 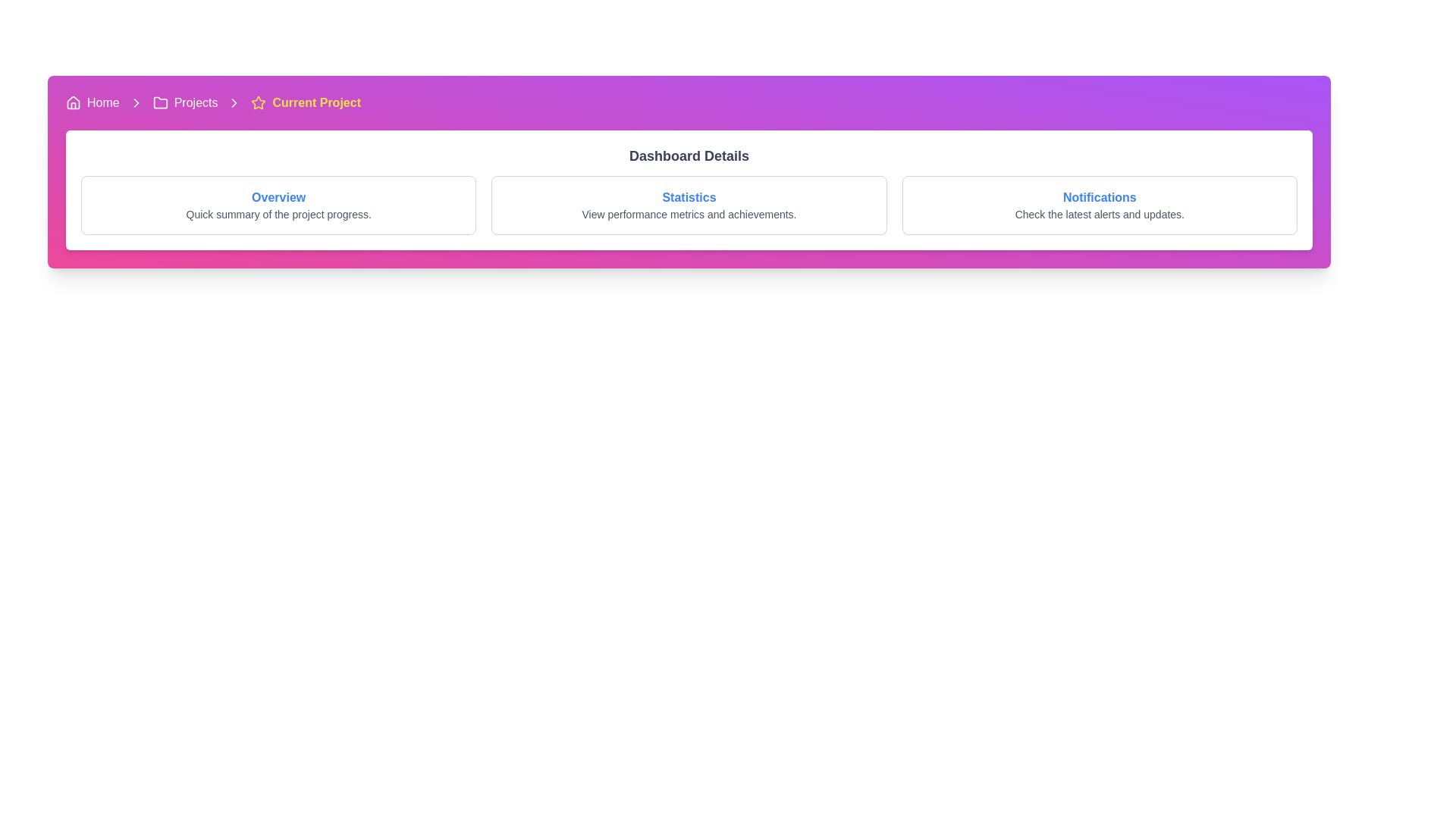 I want to click on the 'Current Project' label in the breadcrumb navigation bar, which is bold and yellow with a star-shaped icon preceding it, so click(x=305, y=102).